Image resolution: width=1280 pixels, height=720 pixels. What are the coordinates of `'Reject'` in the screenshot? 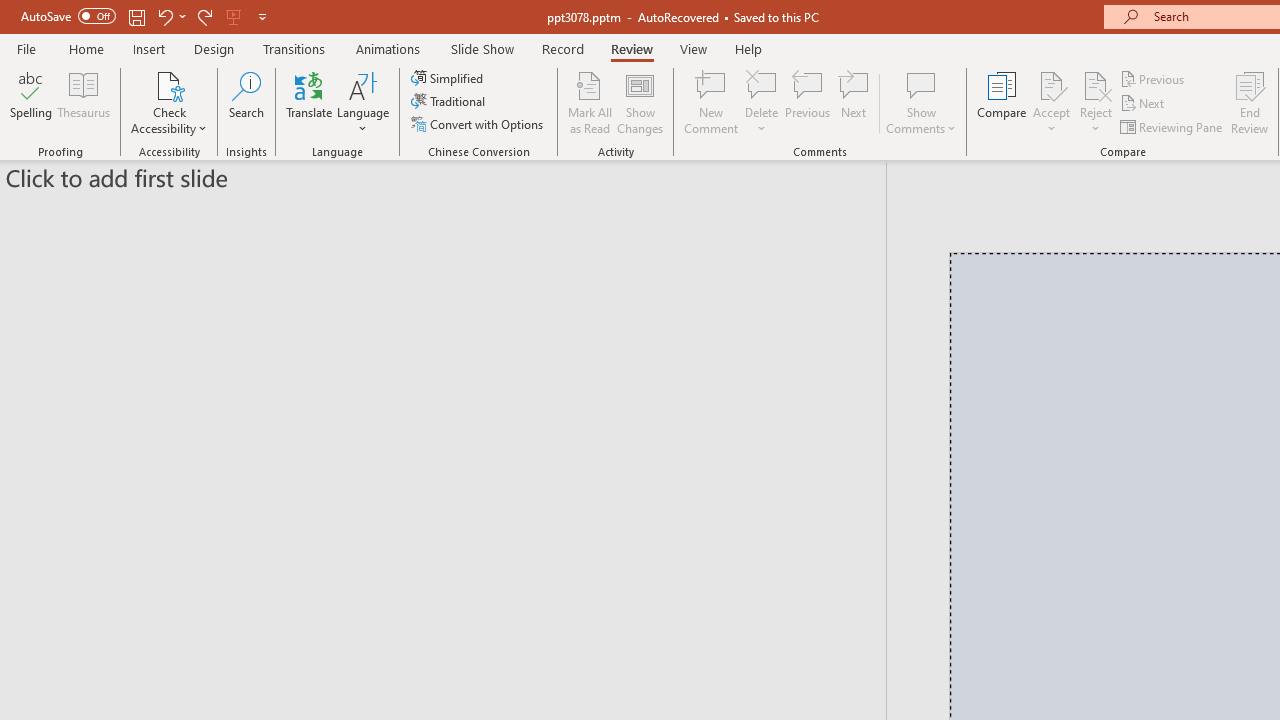 It's located at (1095, 103).